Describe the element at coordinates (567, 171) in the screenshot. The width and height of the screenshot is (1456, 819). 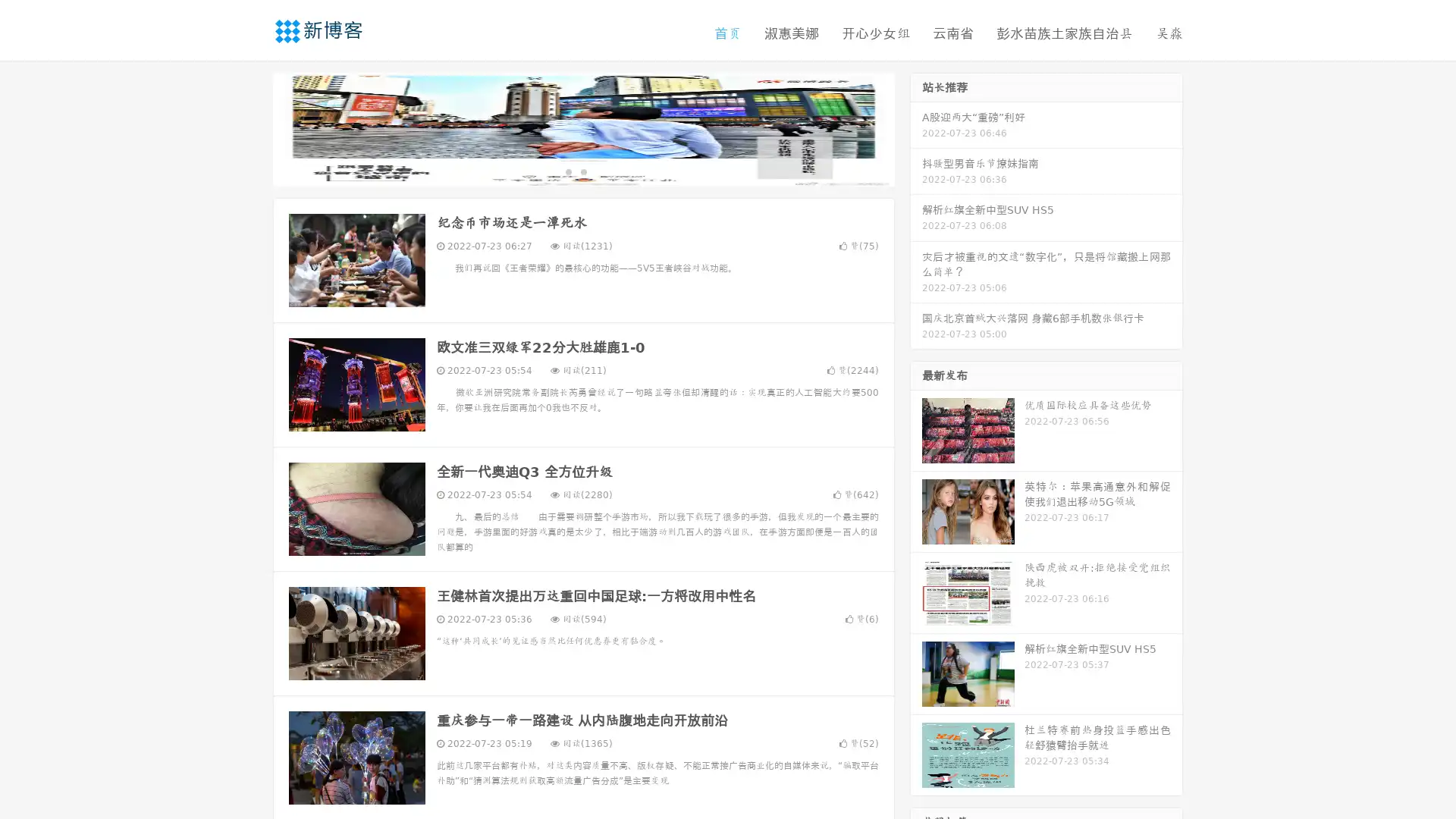
I see `Go to slide 1` at that location.